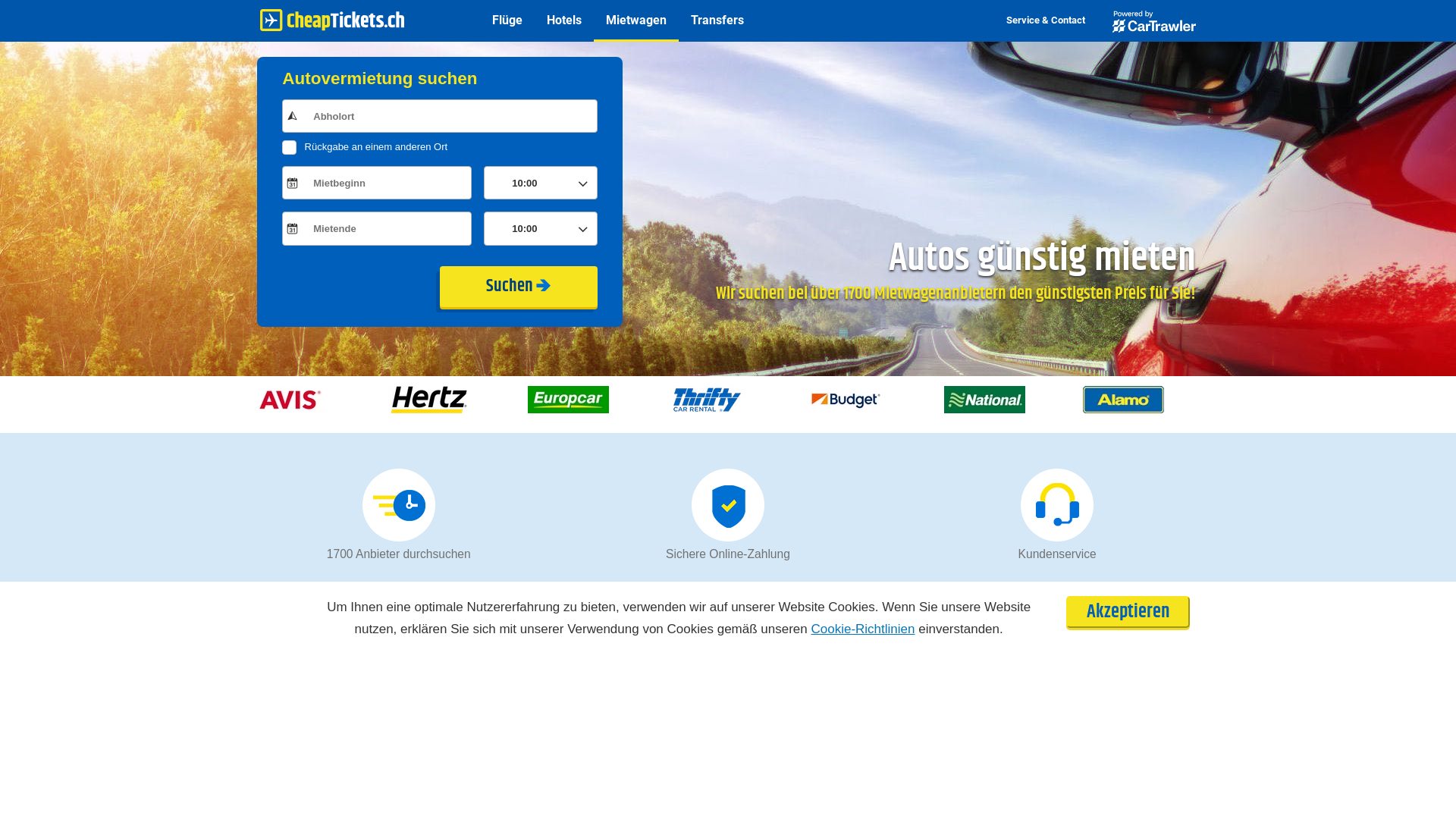 The image size is (1456, 819). Describe the element at coordinates (716, 20) in the screenshot. I see `'Transfers'` at that location.